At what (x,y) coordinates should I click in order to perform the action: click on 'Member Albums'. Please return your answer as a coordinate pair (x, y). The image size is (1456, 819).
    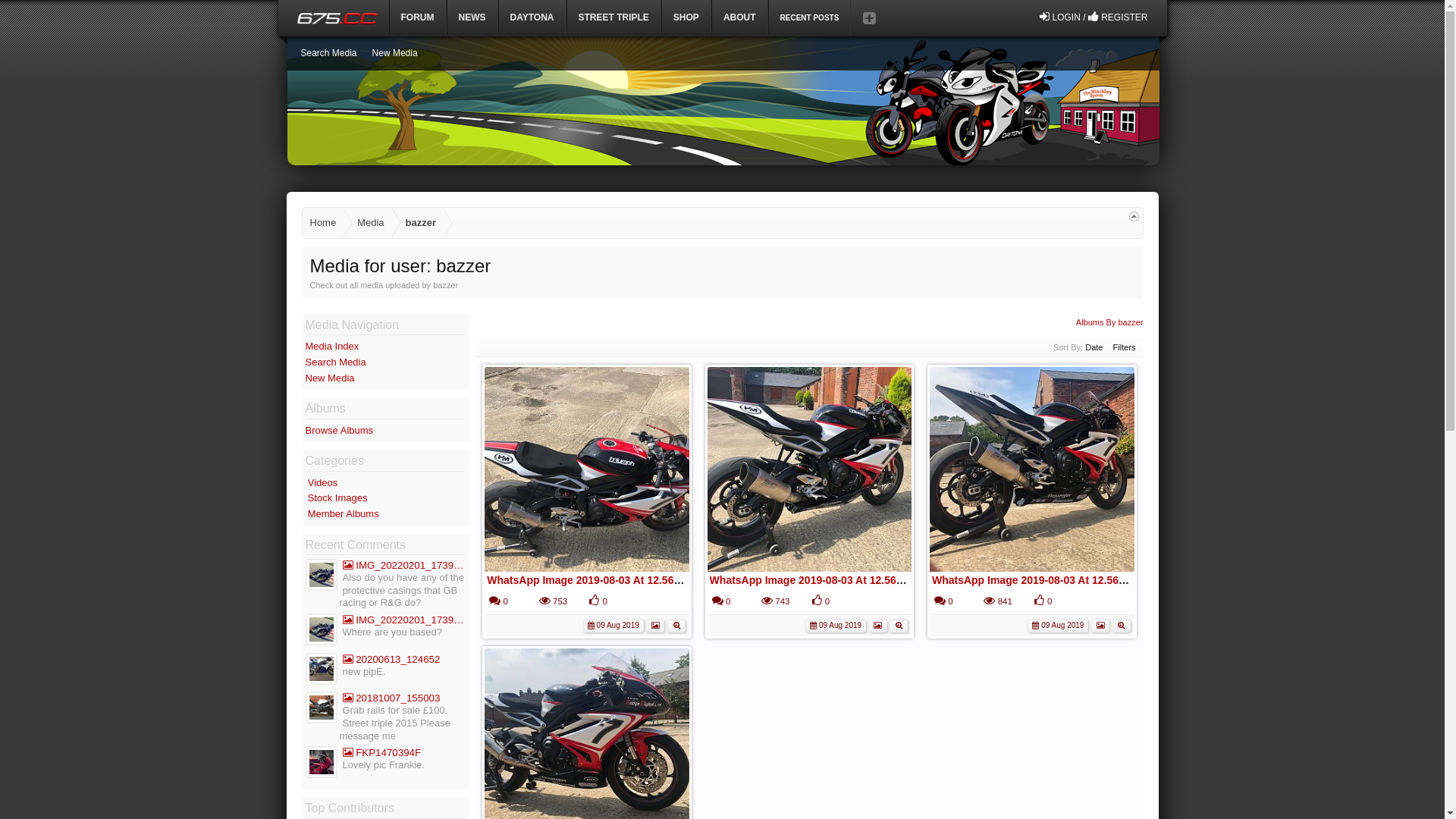
    Looking at the image, I should click on (307, 513).